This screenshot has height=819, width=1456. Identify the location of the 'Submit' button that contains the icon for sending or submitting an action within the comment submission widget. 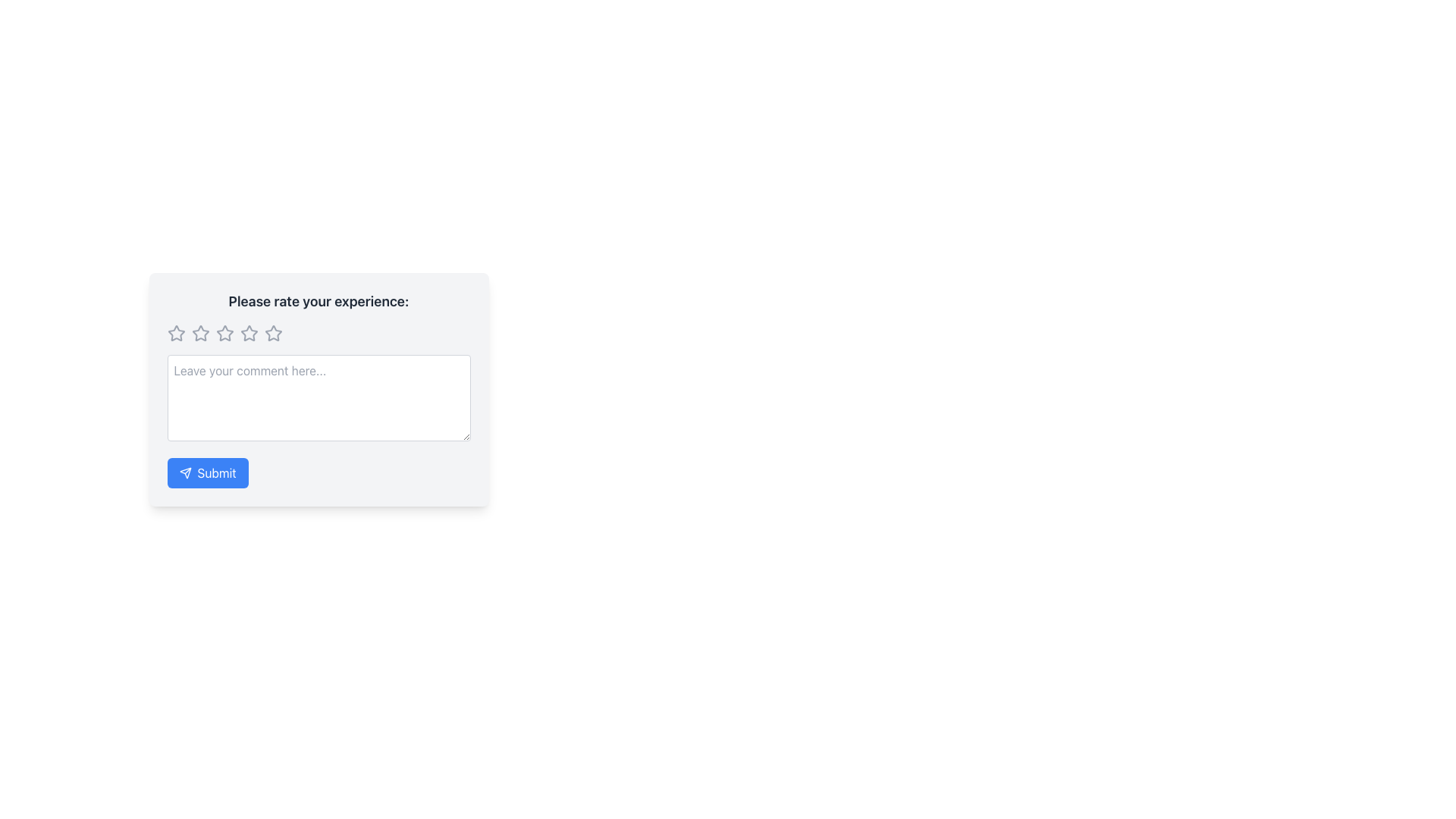
(184, 472).